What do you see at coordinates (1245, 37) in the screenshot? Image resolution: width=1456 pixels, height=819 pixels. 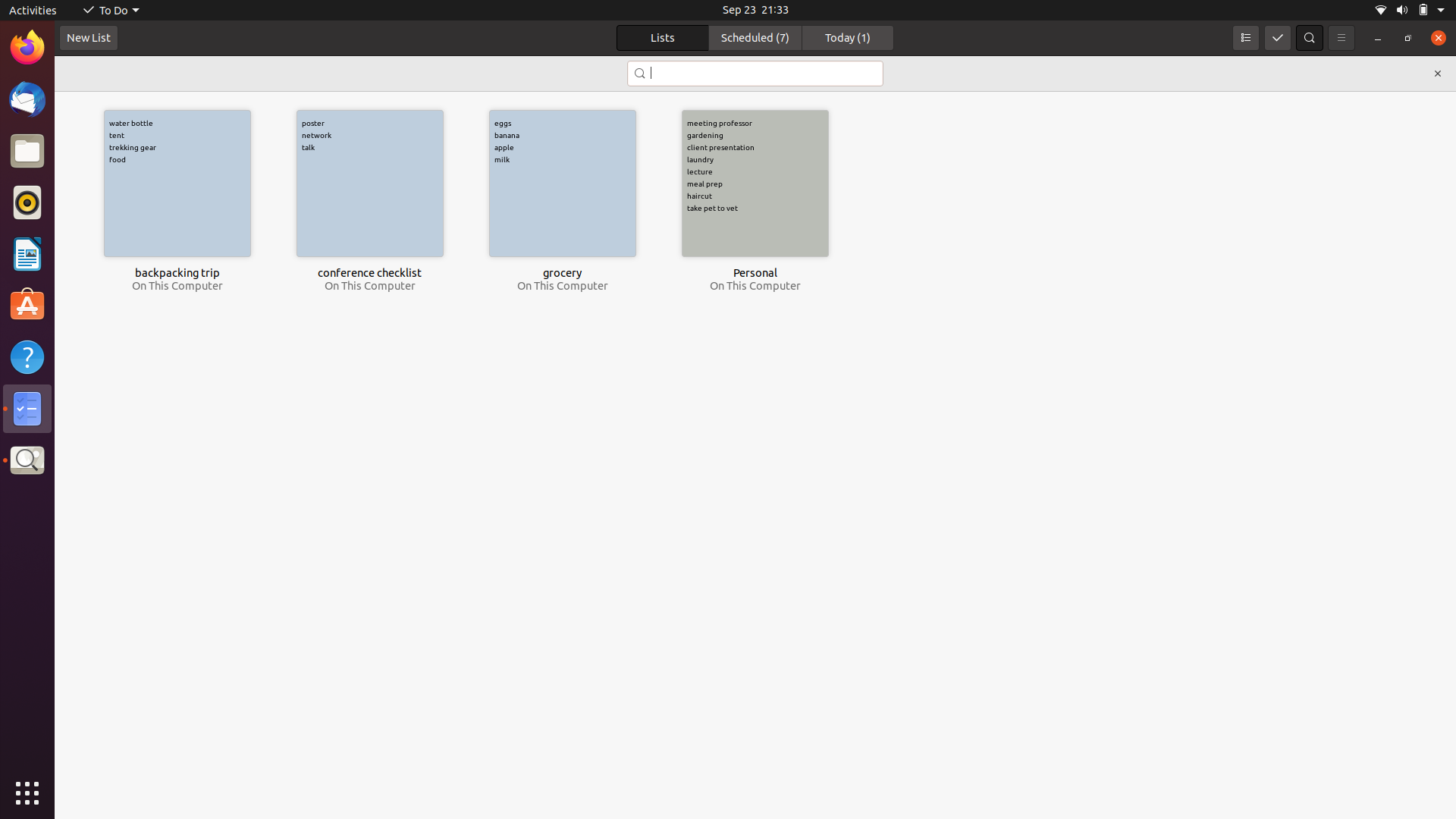 I see `Alter display to list setup` at bounding box center [1245, 37].